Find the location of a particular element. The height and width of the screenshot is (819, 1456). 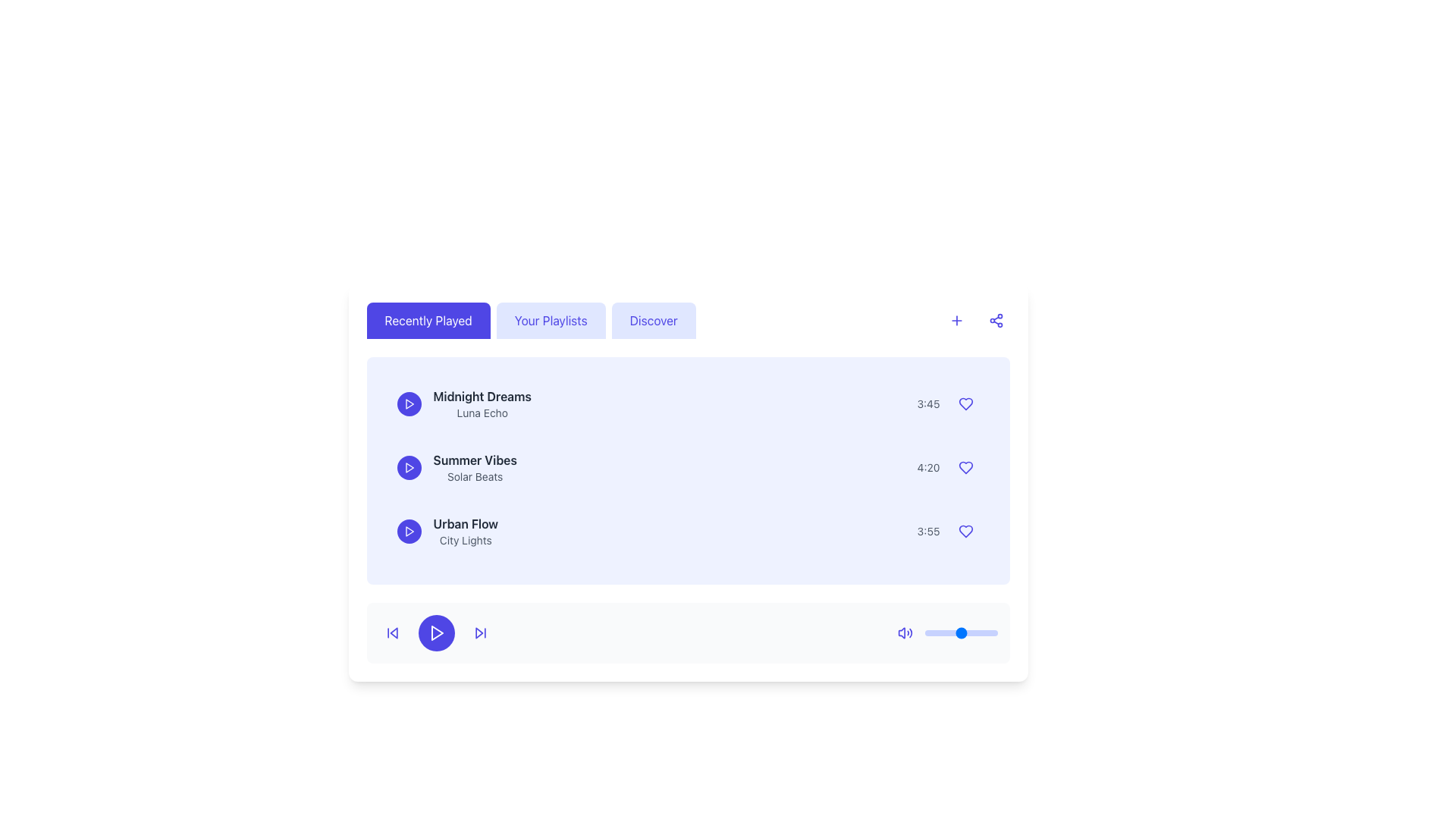

the Text Label displaying 'Summer Vibes' is located at coordinates (474, 459).